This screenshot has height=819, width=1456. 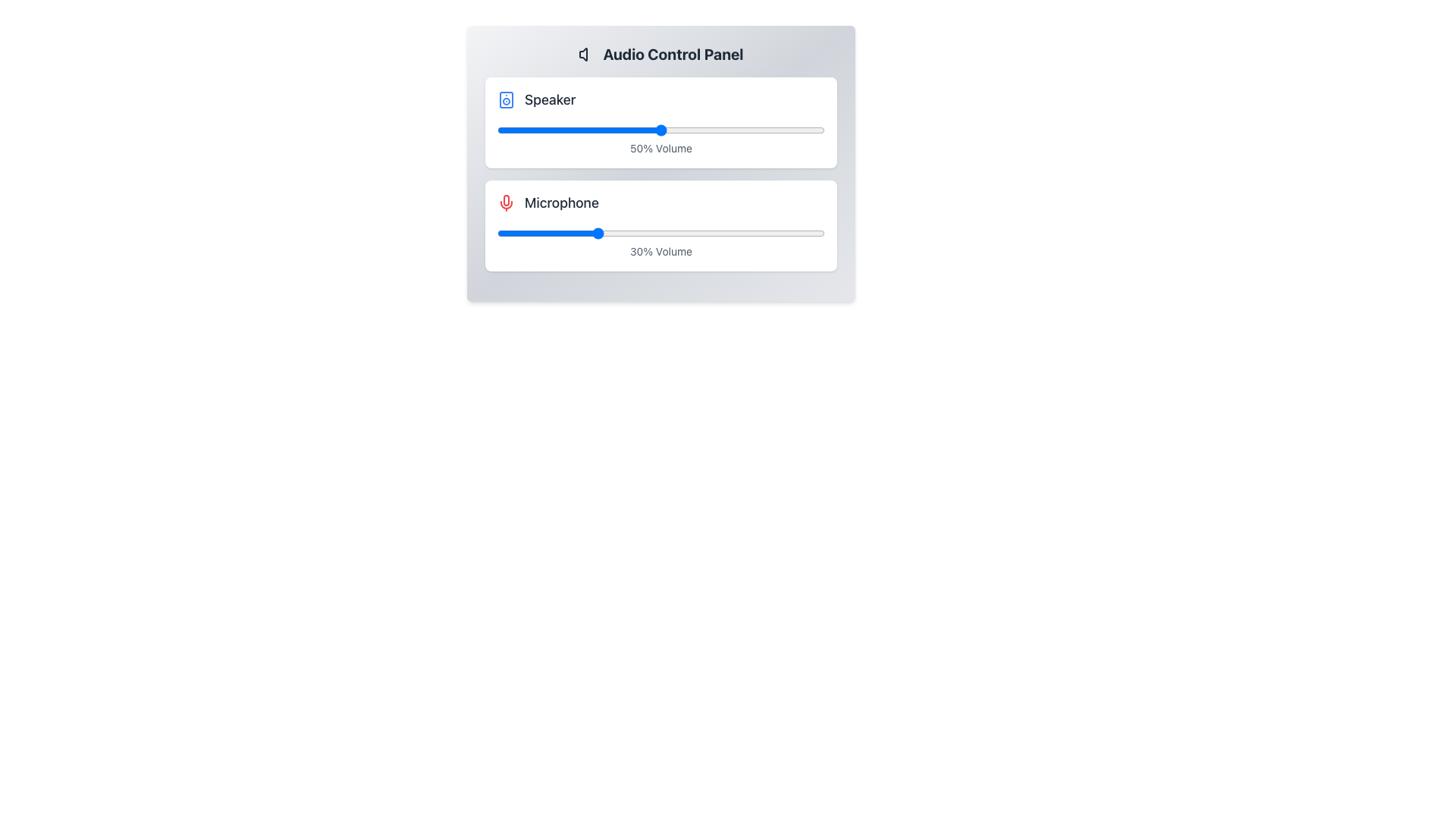 What do you see at coordinates (506, 202) in the screenshot?
I see `the red microphone icon located to the left of the 'Microphone' text label in the bottom section of the 'Audio Control Panel'` at bounding box center [506, 202].